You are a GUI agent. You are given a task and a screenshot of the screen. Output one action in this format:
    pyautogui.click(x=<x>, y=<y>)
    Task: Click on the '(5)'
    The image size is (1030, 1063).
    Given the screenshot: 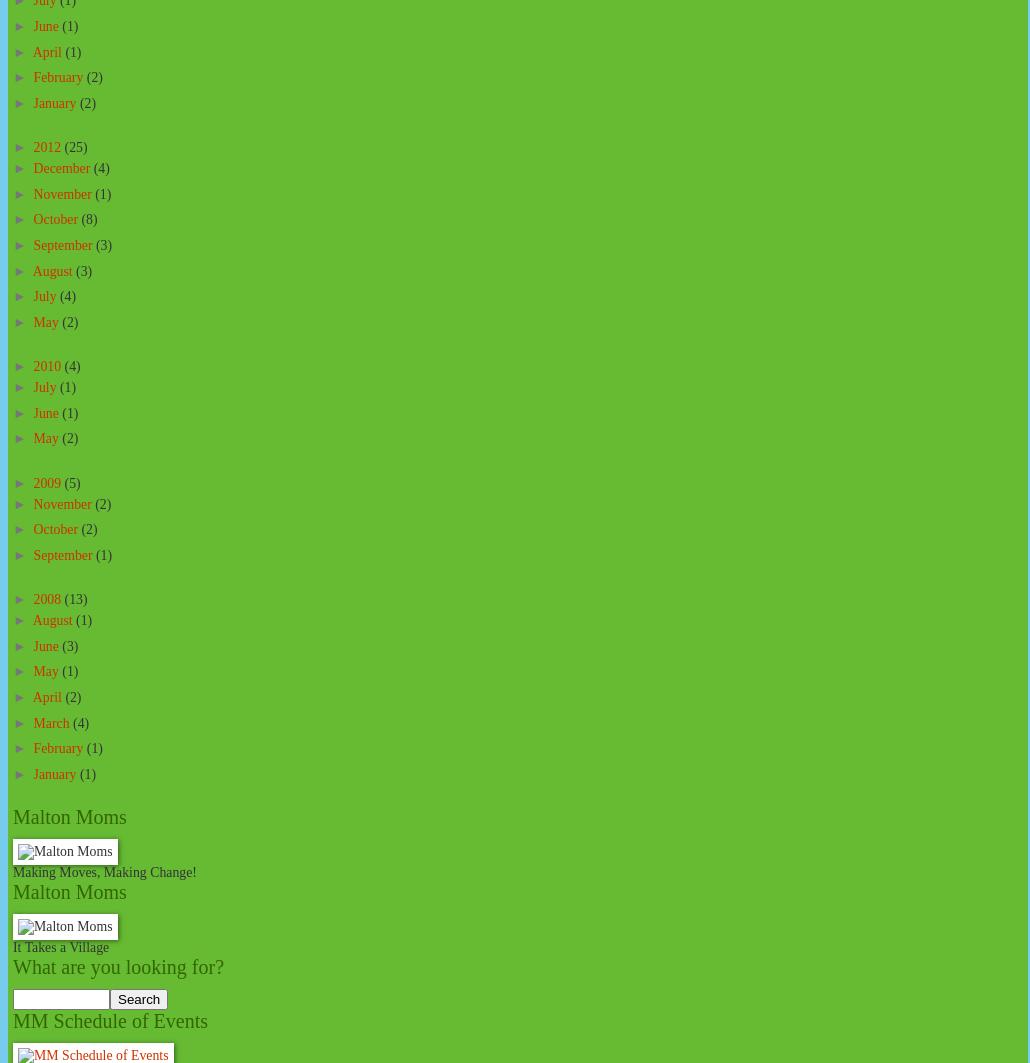 What is the action you would take?
    pyautogui.click(x=71, y=482)
    